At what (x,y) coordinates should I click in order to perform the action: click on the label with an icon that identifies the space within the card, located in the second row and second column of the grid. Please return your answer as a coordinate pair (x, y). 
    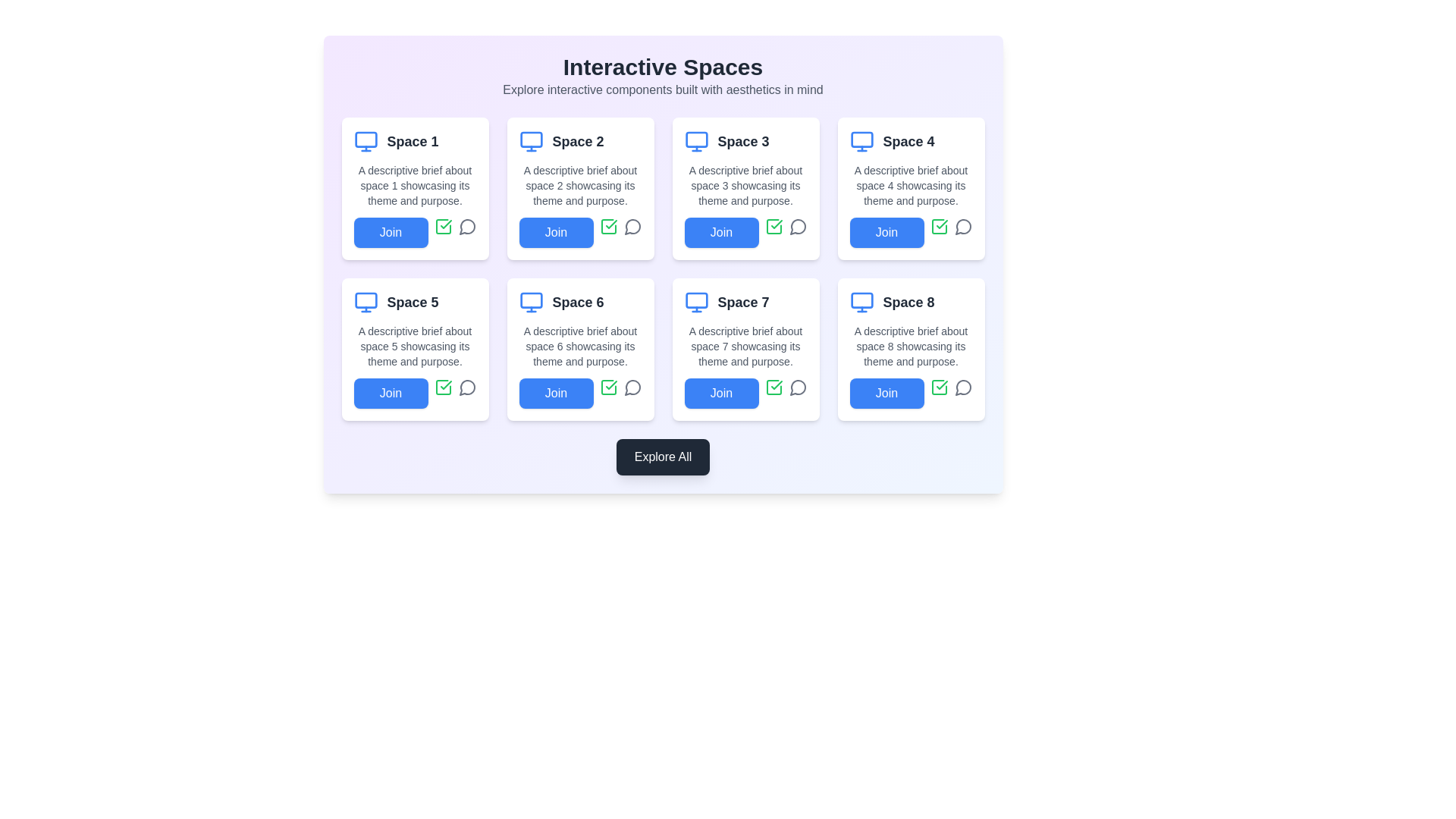
    Looking at the image, I should click on (579, 302).